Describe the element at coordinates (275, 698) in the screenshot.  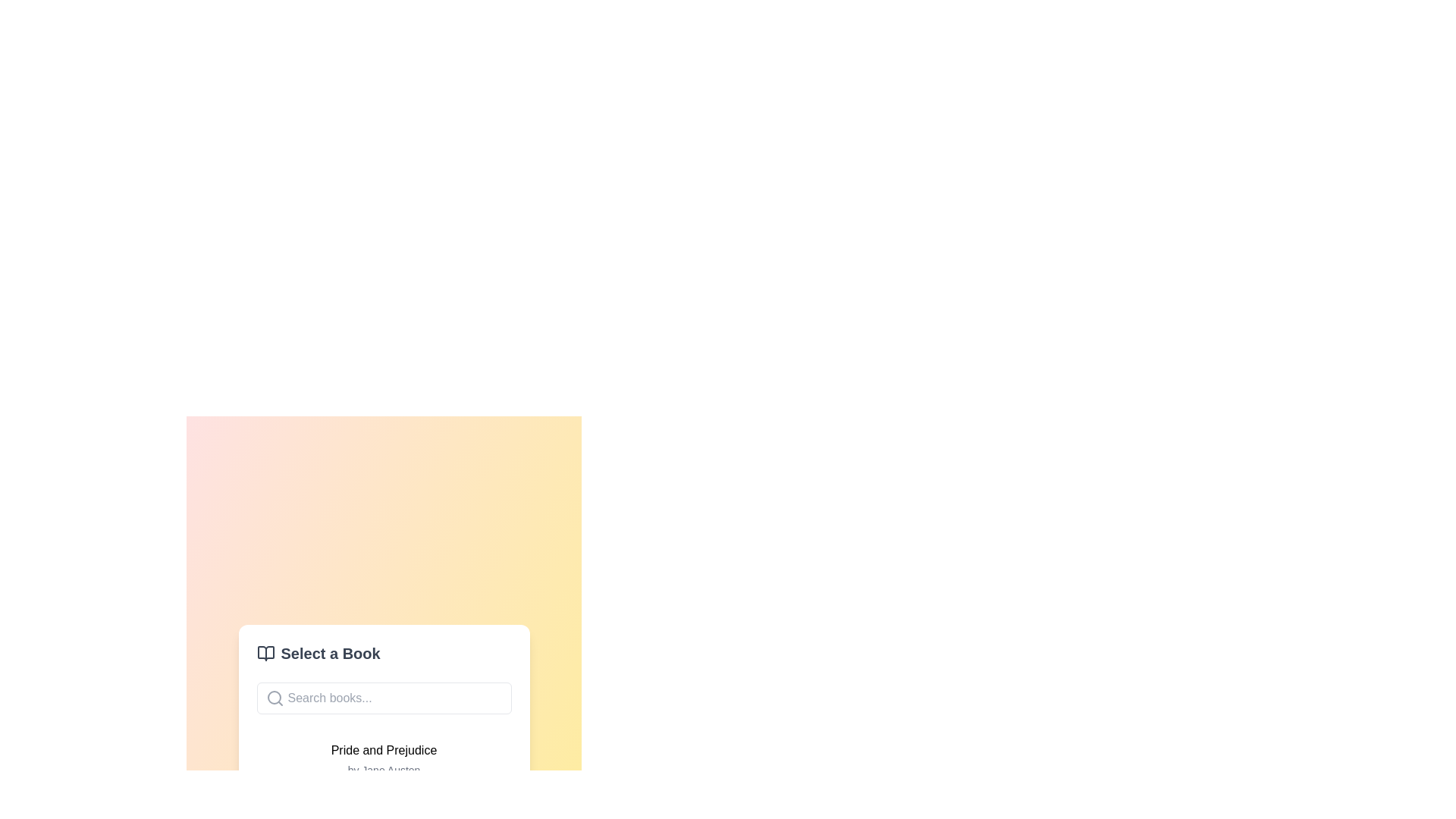
I see `the search icon, which is a circular magnifying glass with a thin outline, located on the left side inside the search bar below the heading 'Select a Book'` at that location.